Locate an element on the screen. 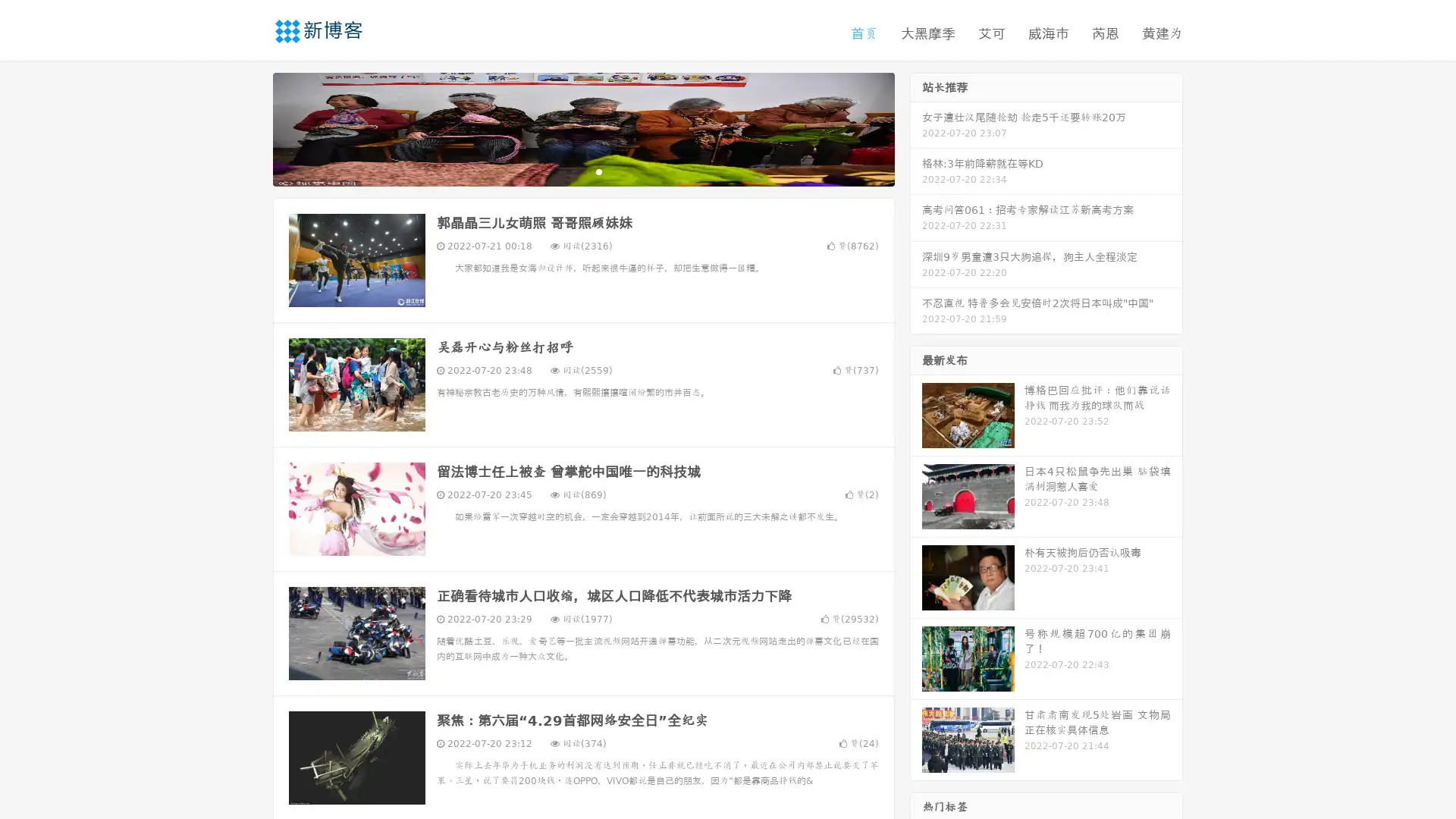 The image size is (1456, 819). Next slide is located at coordinates (916, 127).